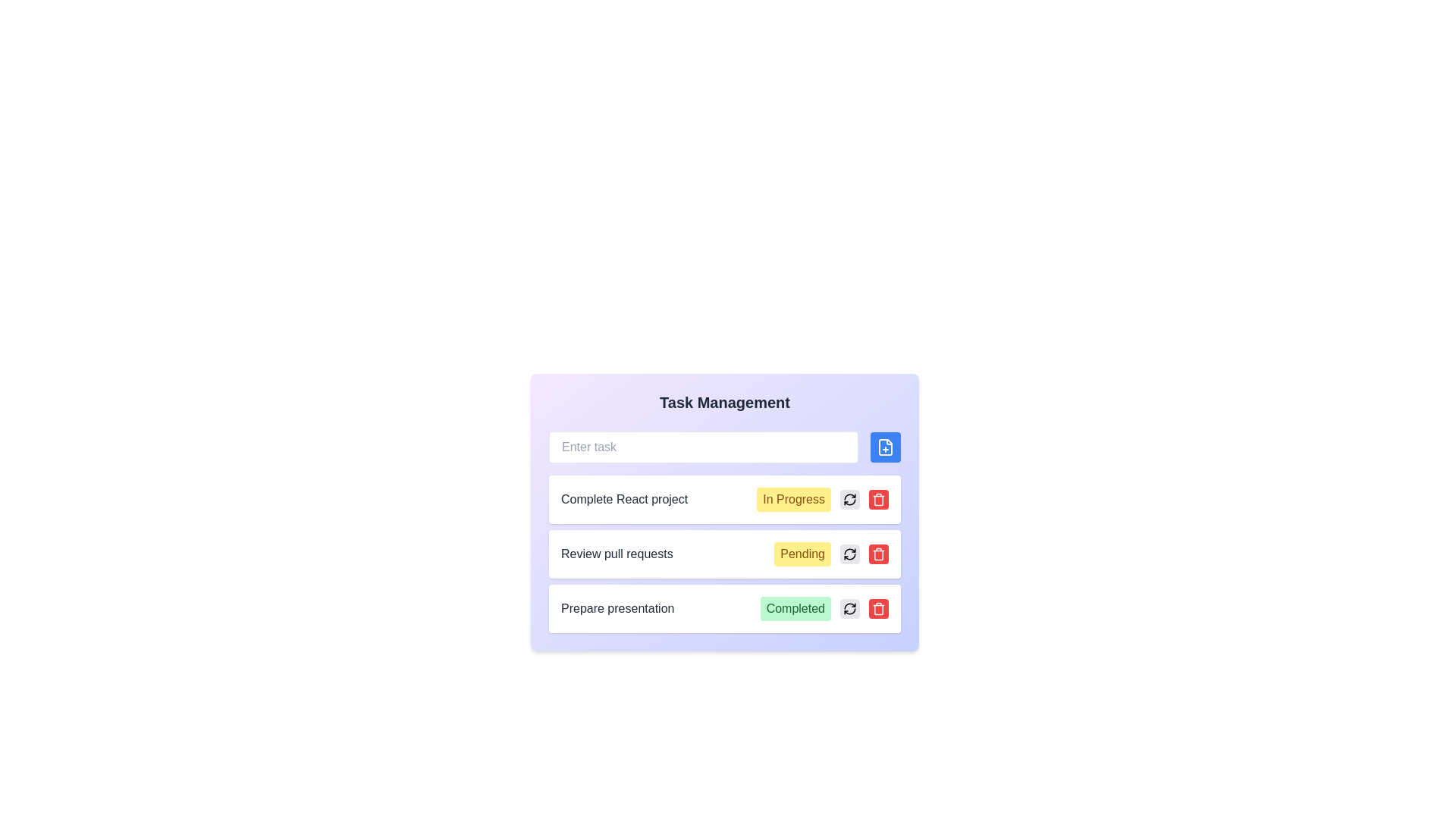  What do you see at coordinates (802, 554) in the screenshot?
I see `the 'Pending' label with rounded corners, which is located in the middle task row labeled 'Review pull requests', positioned to the right of the row's main text and left of two icons` at bounding box center [802, 554].